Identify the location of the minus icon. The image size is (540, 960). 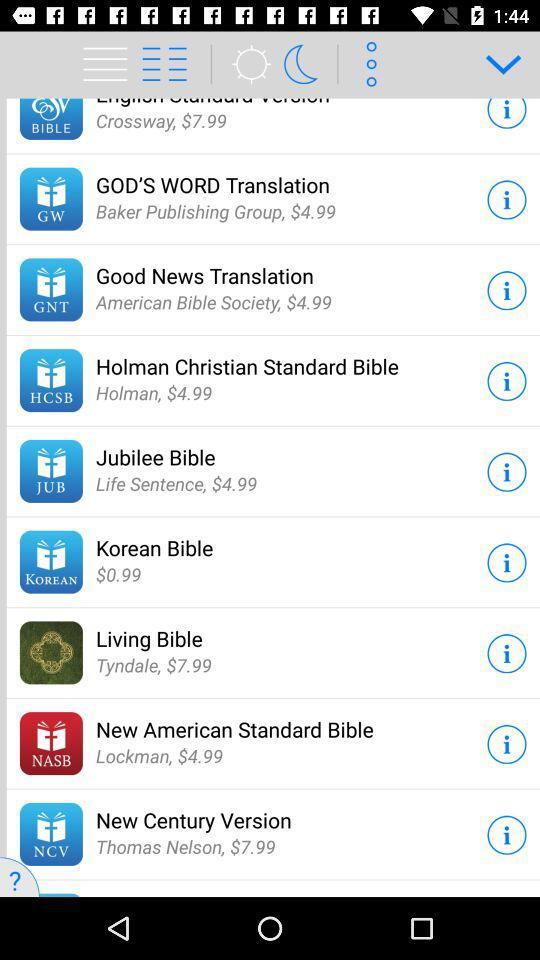
(473, 876).